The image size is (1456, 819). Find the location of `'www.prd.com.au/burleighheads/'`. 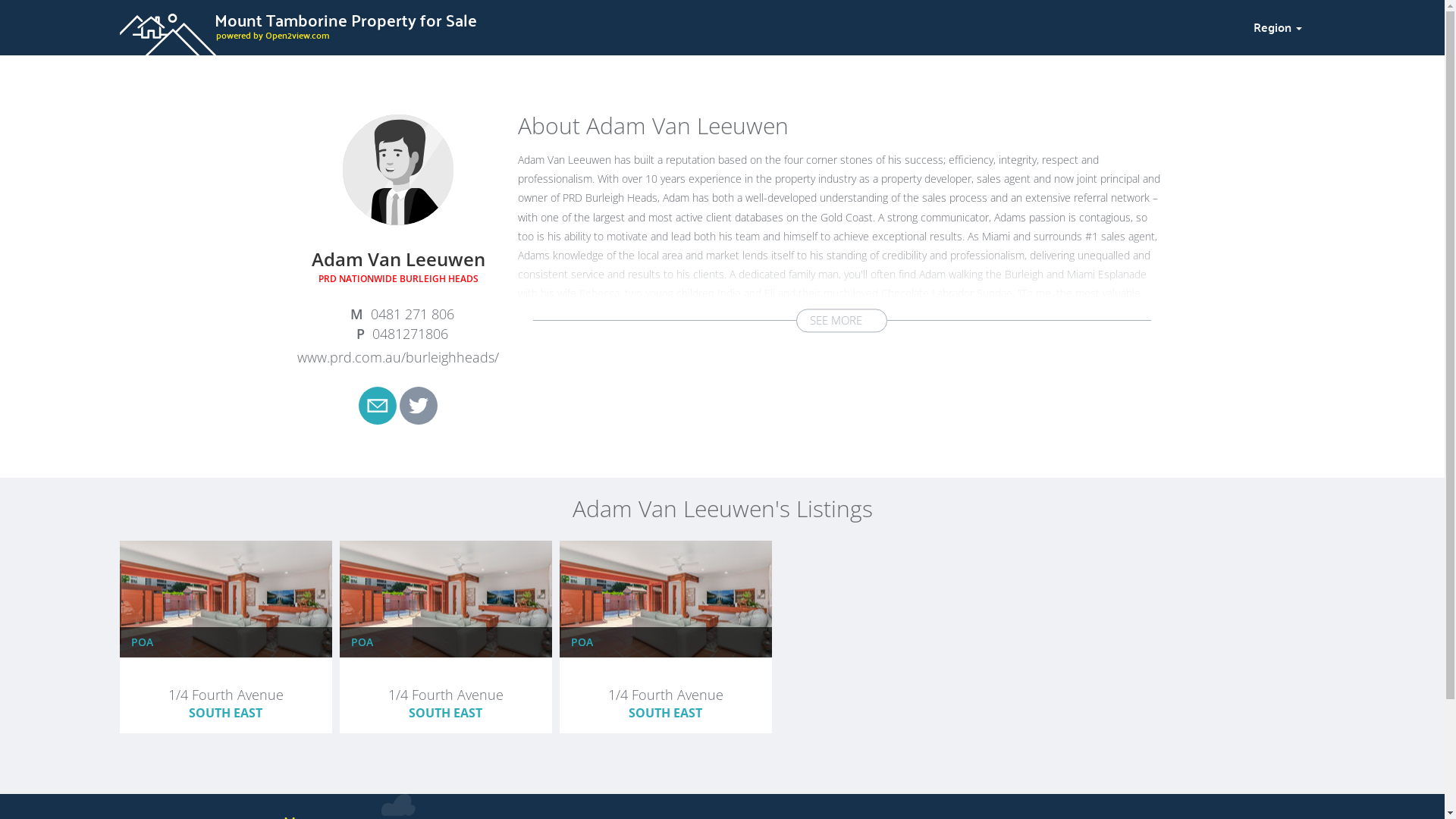

'www.prd.com.au/burleighheads/' is located at coordinates (397, 356).